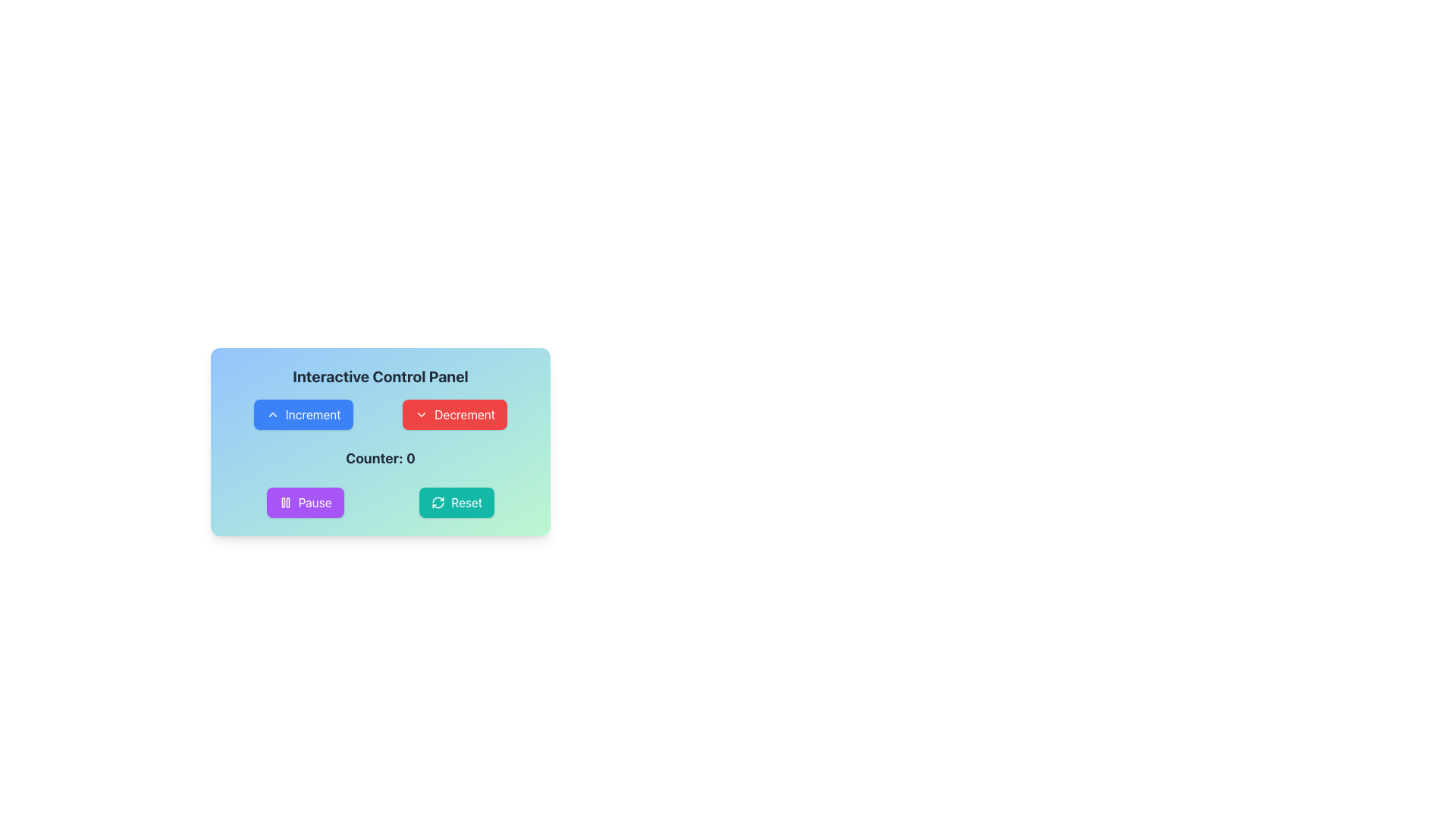 The width and height of the screenshot is (1456, 819). Describe the element at coordinates (304, 503) in the screenshot. I see `the 'Pause' button with a purple background and white text, located to the left of the 'Reset' button` at that location.